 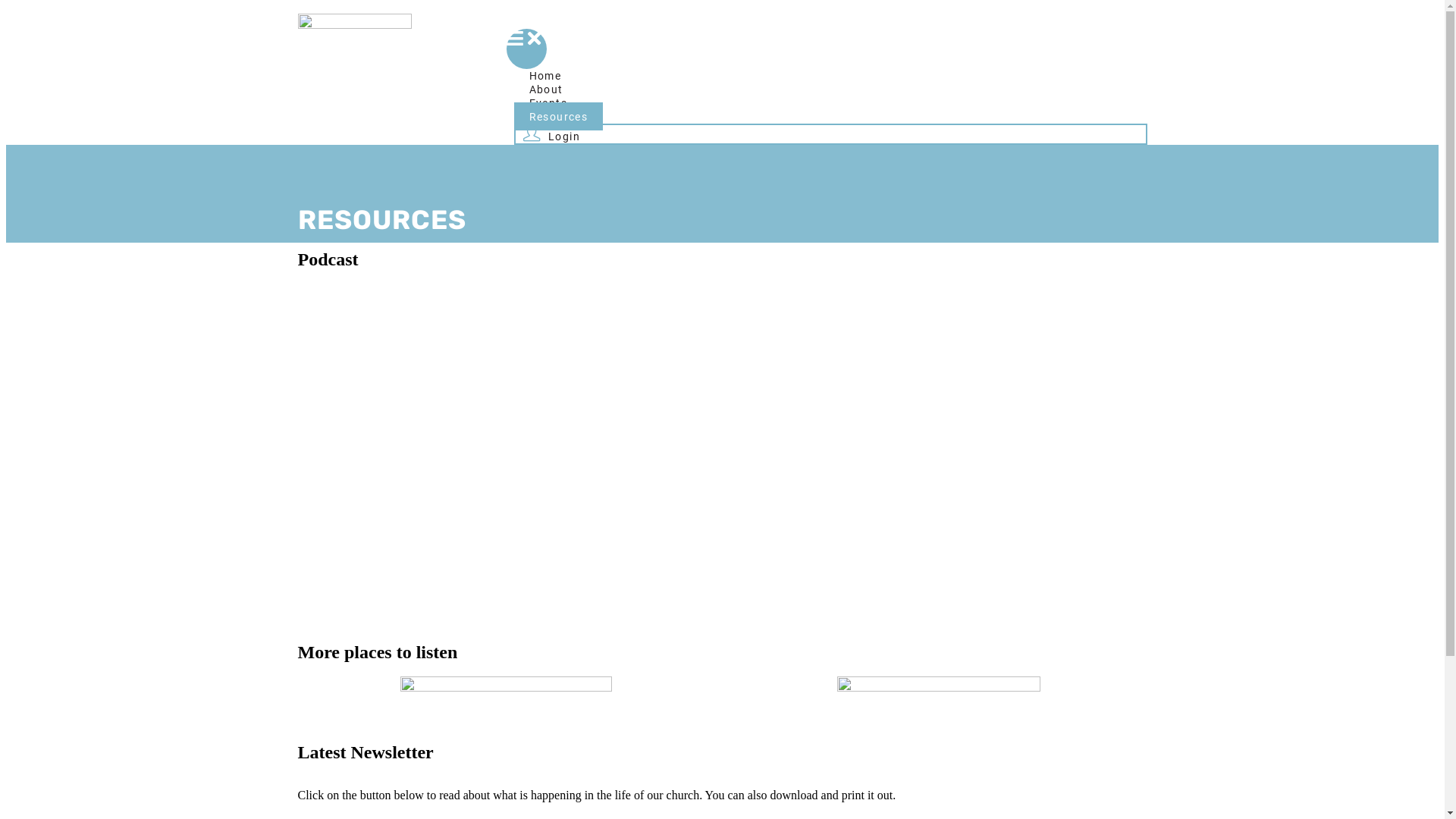 What do you see at coordinates (548, 102) in the screenshot?
I see `'Events'` at bounding box center [548, 102].